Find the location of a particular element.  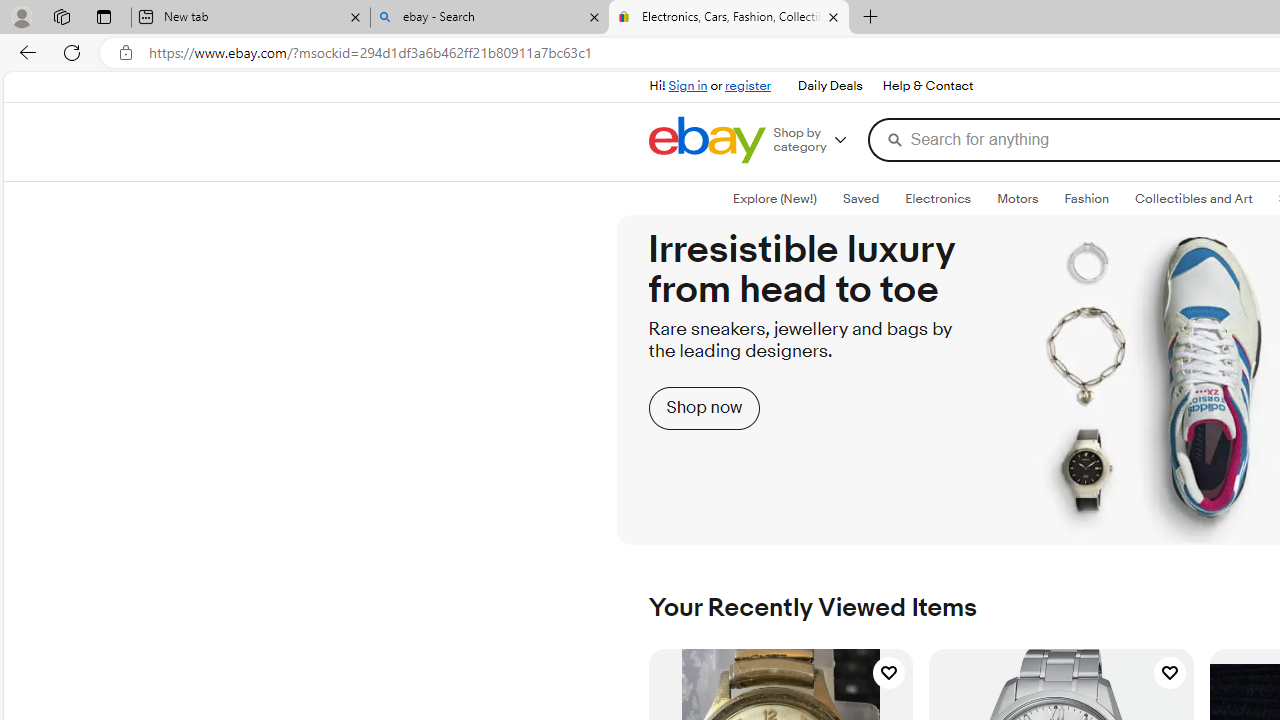

'Shop by category' is located at coordinates (817, 139).